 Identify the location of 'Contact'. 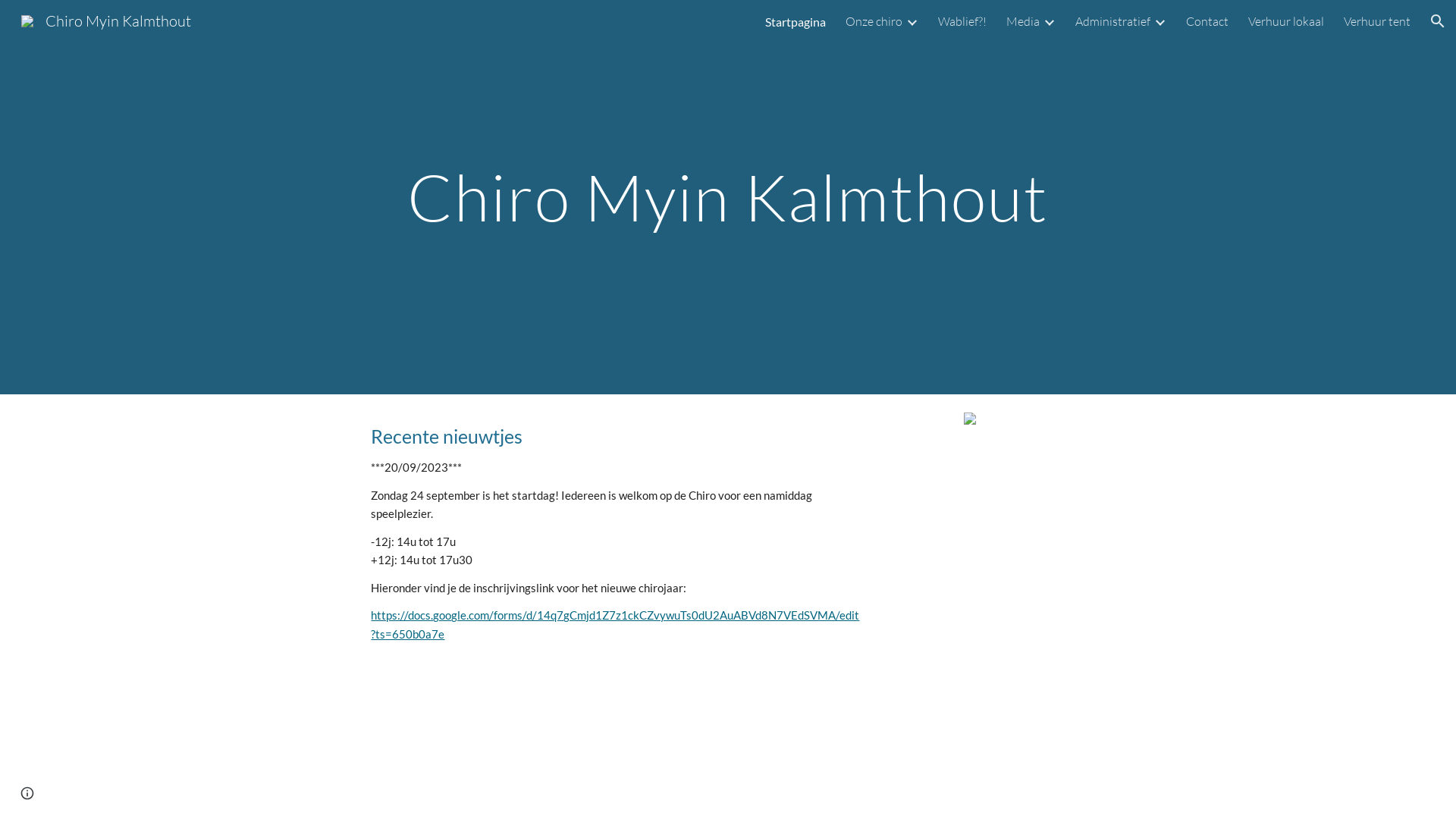
(1207, 20).